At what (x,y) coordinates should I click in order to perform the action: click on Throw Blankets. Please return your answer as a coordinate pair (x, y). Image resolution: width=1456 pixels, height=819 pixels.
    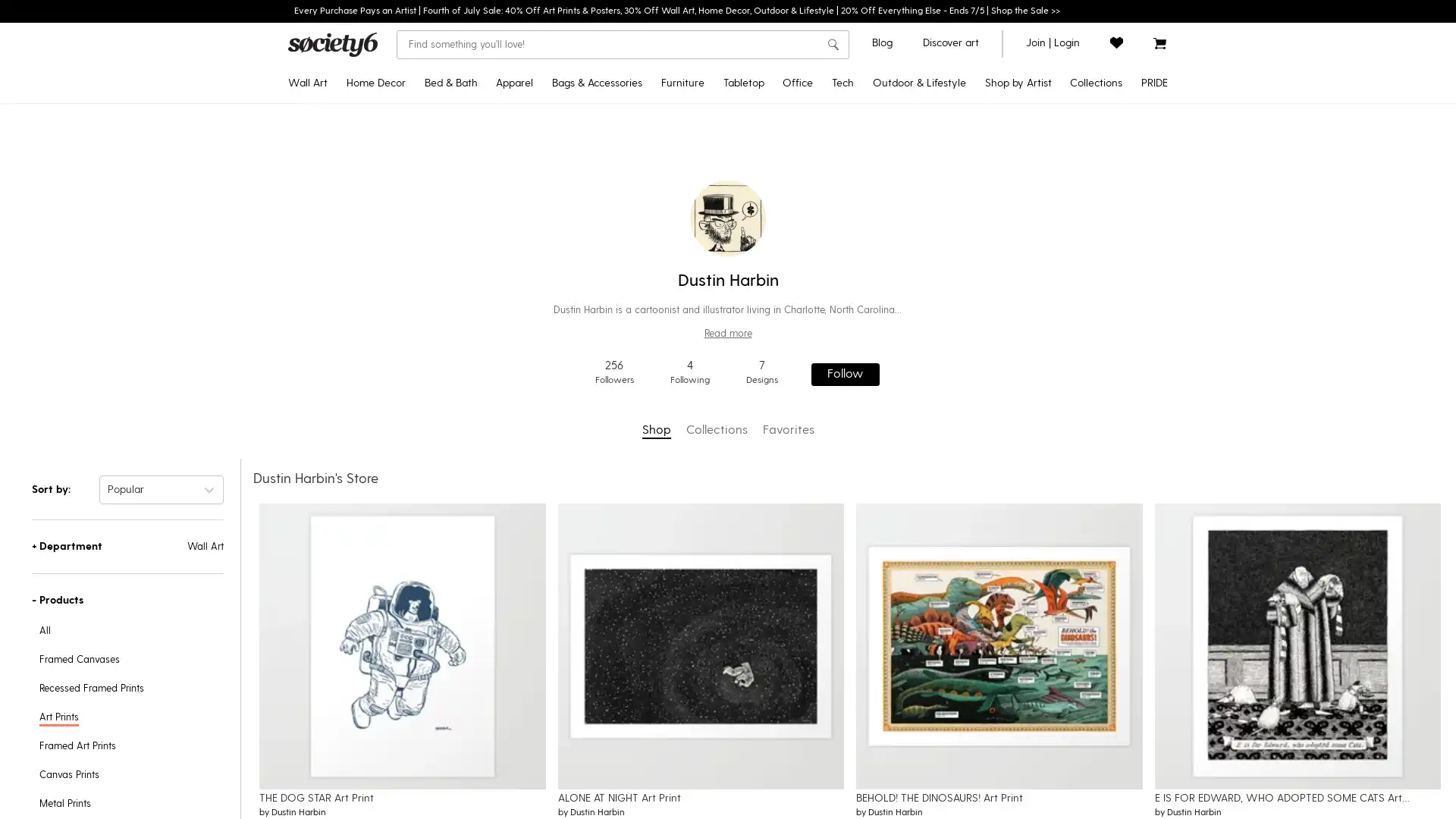
    Looking at the image, I should click on (404, 219).